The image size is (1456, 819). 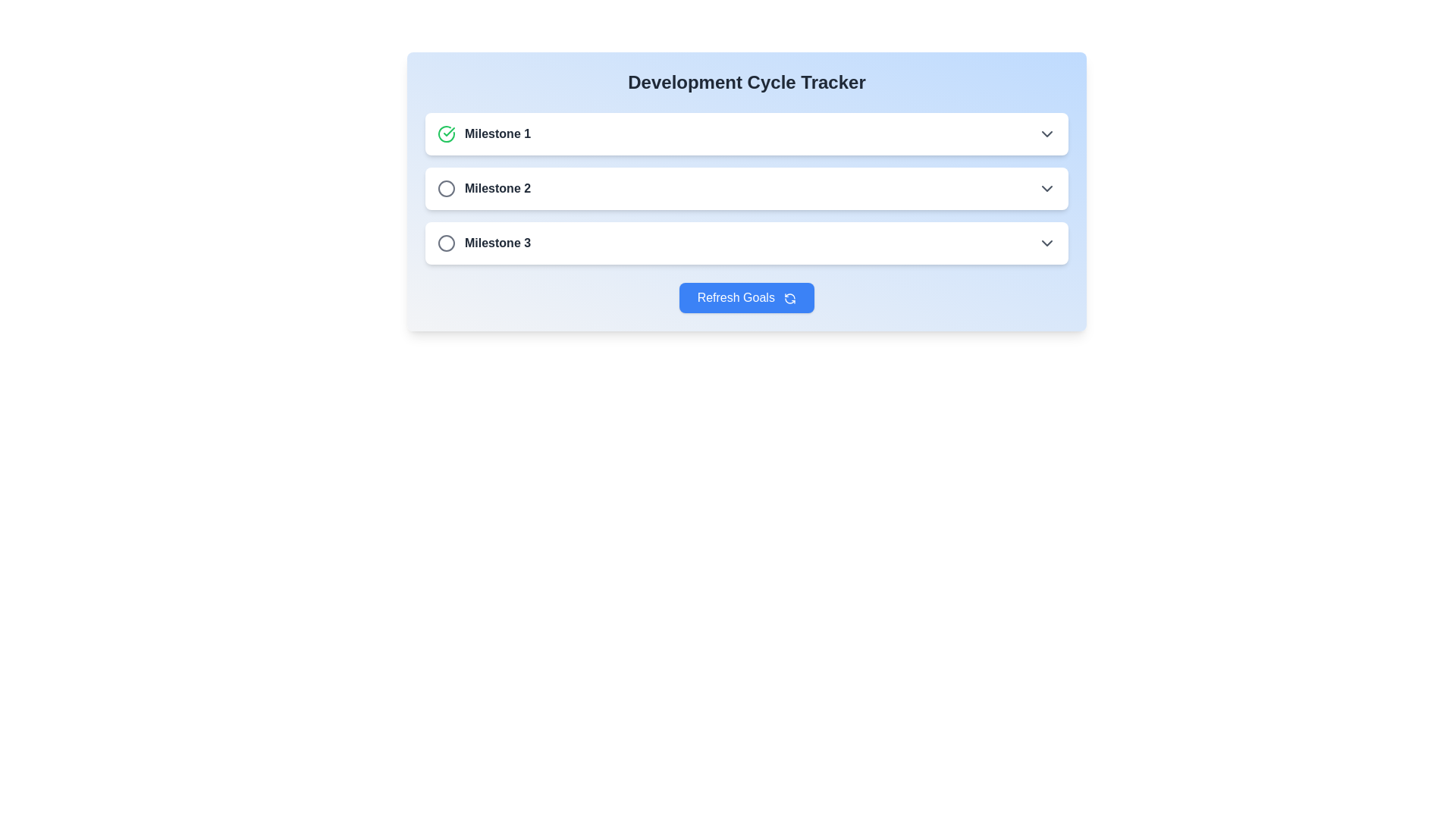 What do you see at coordinates (1046, 242) in the screenshot?
I see `the toggle icon located to the right of the 'Milestone 3' text to indicate and toggle its drop-down state` at bounding box center [1046, 242].